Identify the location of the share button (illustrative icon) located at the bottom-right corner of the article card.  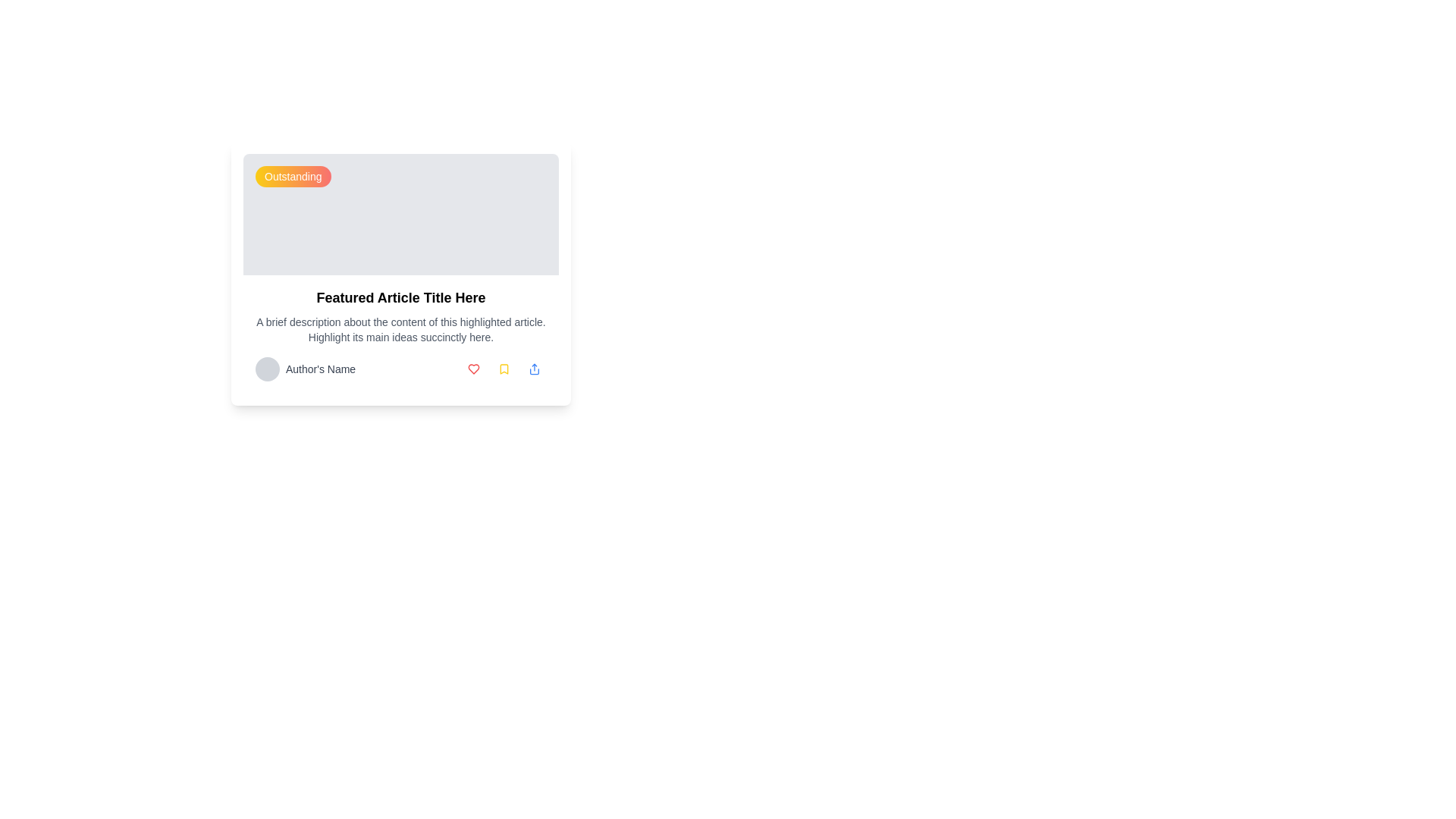
(535, 369).